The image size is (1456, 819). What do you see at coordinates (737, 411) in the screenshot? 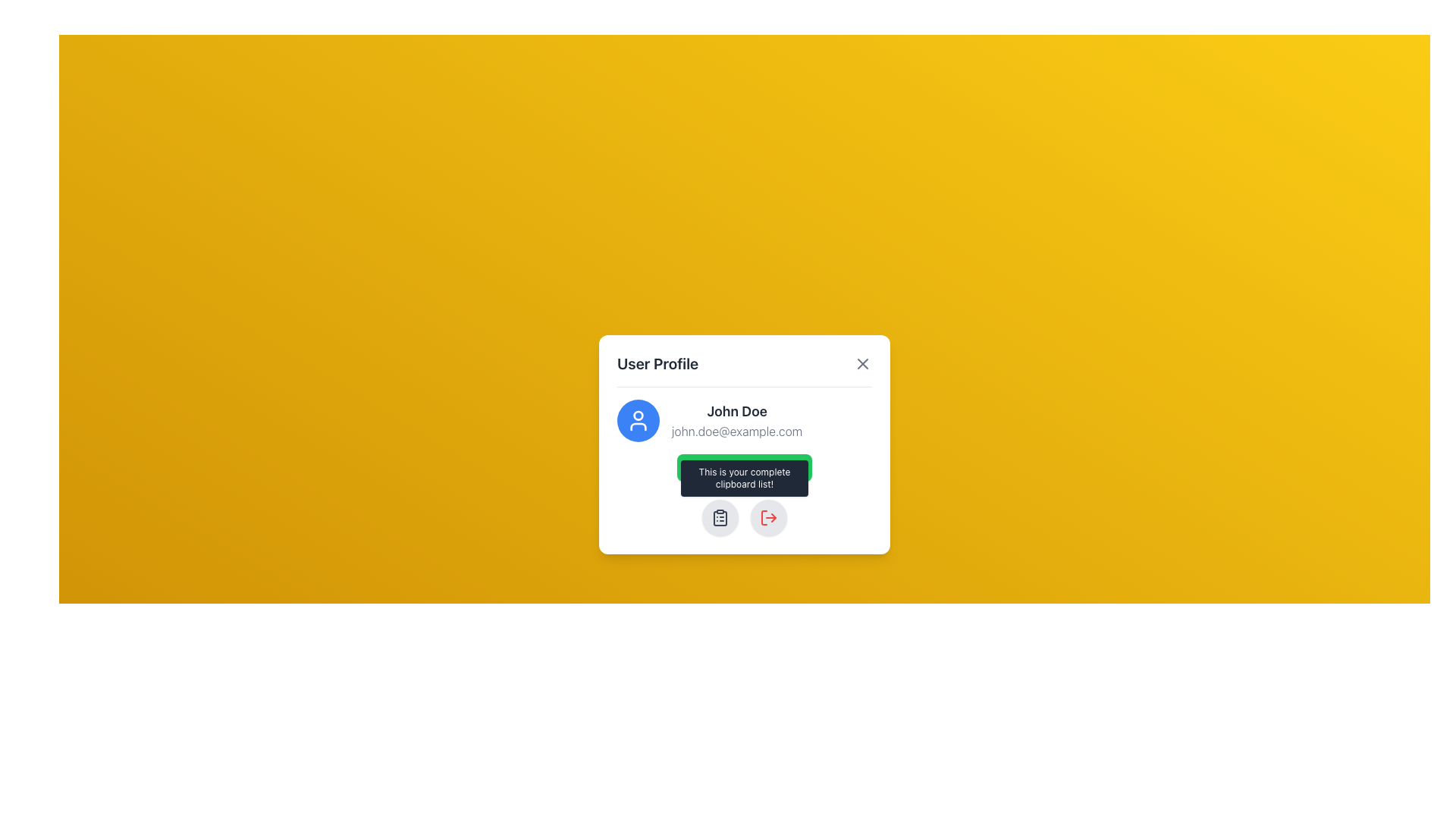
I see `the text label displaying 'John Doe' in bold font within the 'User Profile' modal, located below the heading and to the right of the user avatar icon` at bounding box center [737, 411].